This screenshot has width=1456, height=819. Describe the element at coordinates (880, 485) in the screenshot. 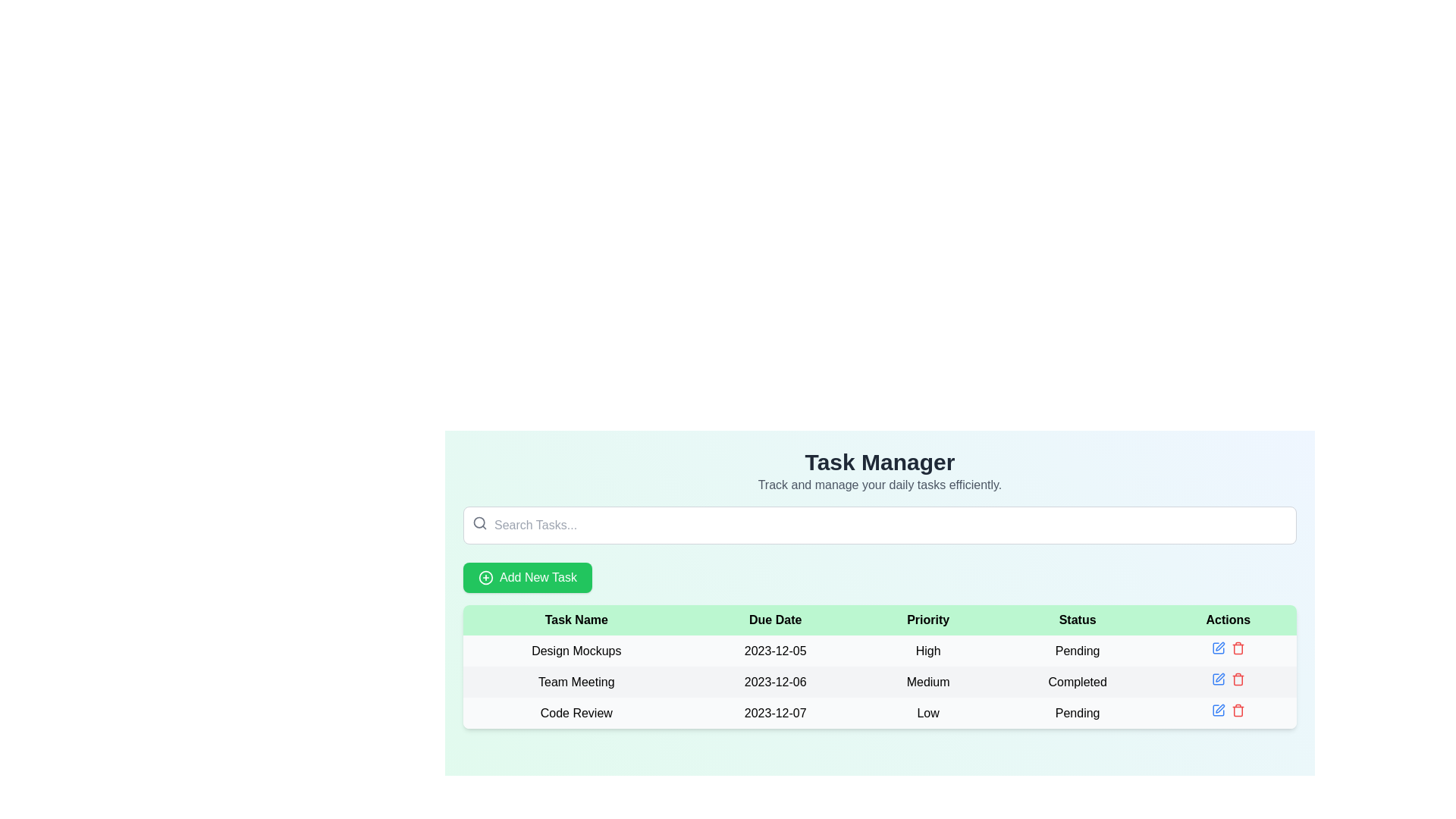

I see `the descriptive subtitle located immediately beneath the 'Task Manager' title, which is centrally aligned in the content area of the interface` at that location.